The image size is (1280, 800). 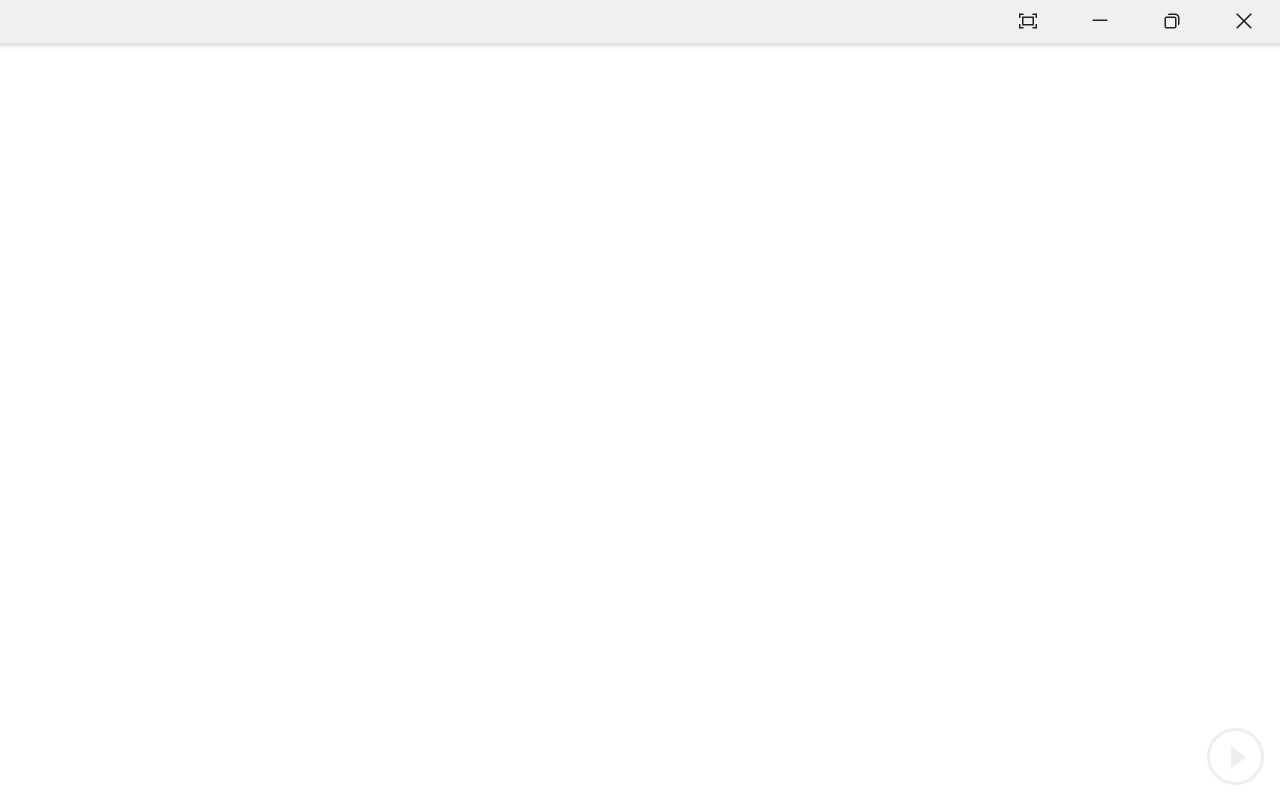 What do you see at coordinates (1099, 21) in the screenshot?
I see `'Minimize'` at bounding box center [1099, 21].